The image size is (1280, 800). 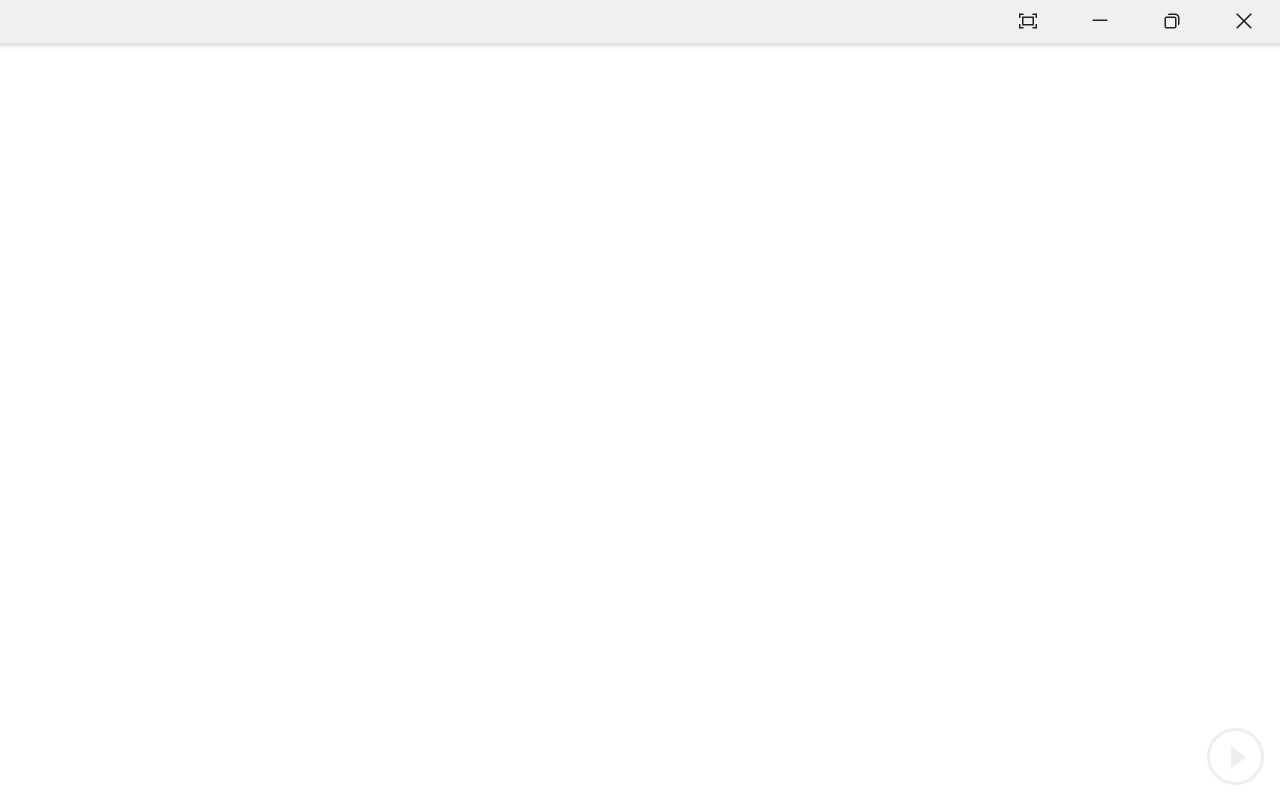 What do you see at coordinates (1099, 21) in the screenshot?
I see `'Minimize'` at bounding box center [1099, 21].